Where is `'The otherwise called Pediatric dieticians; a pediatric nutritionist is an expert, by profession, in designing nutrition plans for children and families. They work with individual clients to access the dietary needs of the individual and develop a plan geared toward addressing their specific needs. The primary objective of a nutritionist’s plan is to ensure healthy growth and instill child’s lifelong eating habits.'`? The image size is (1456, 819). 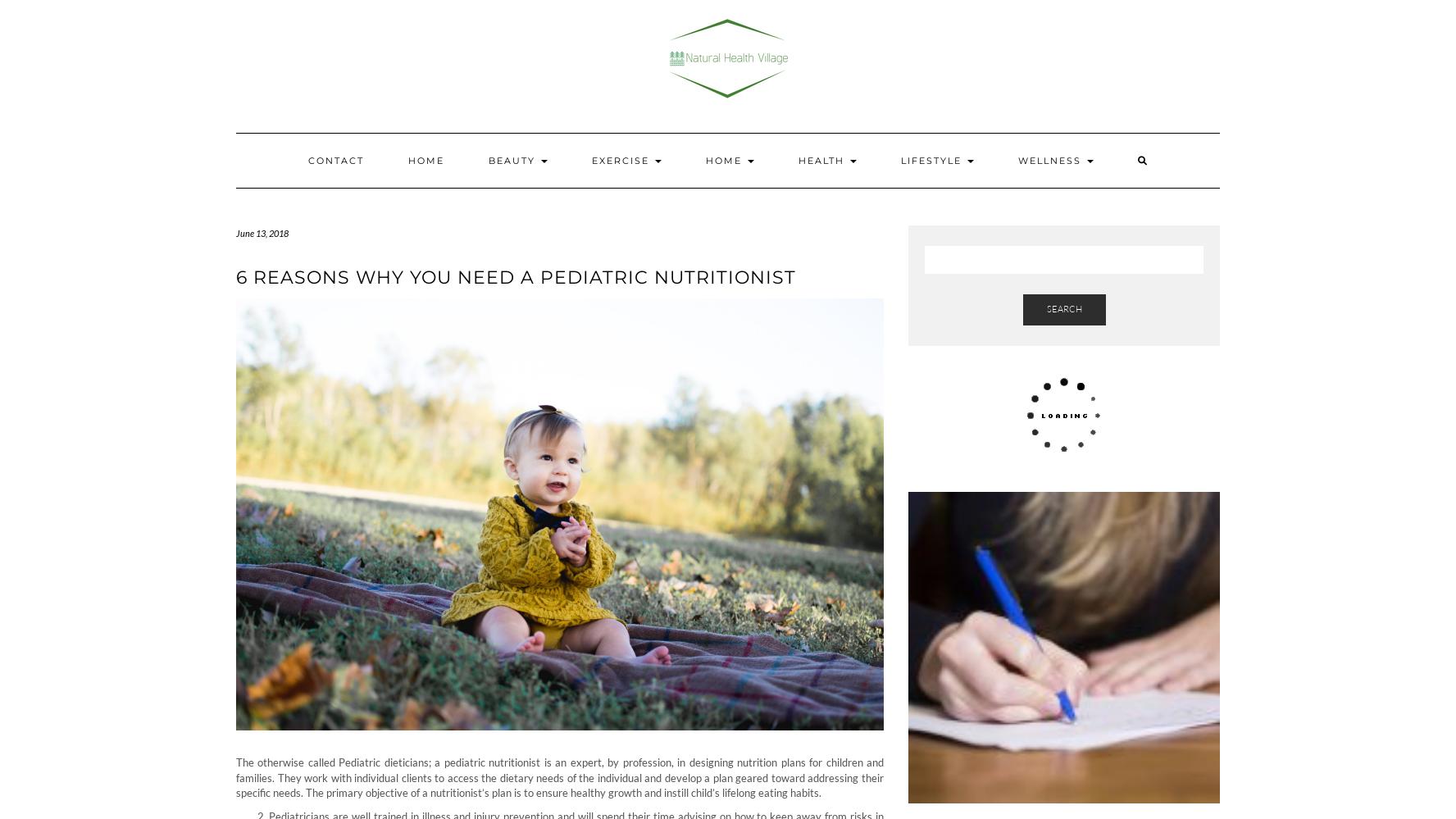
'The otherwise called Pediatric dieticians; a pediatric nutritionist is an expert, by profession, in designing nutrition plans for children and families. They work with individual clients to access the dietary needs of the individual and develop a plan geared toward addressing their specific needs. The primary objective of a nutritionist’s plan is to ensure healthy growth and instill child’s lifelong eating habits.' is located at coordinates (236, 776).